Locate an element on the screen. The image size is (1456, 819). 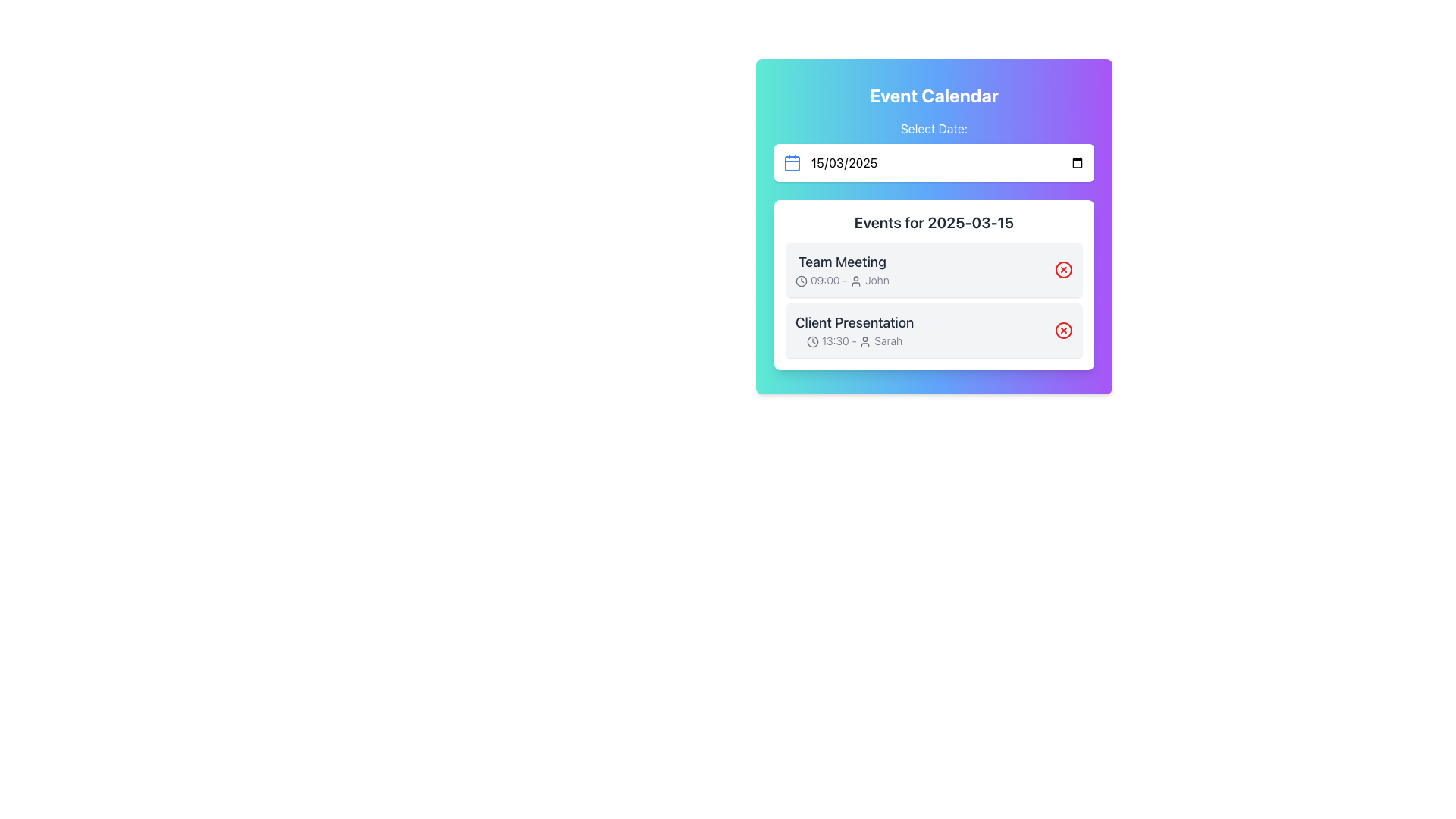
the Event Information Panel for the 'Client Presentation' event is located at coordinates (934, 329).